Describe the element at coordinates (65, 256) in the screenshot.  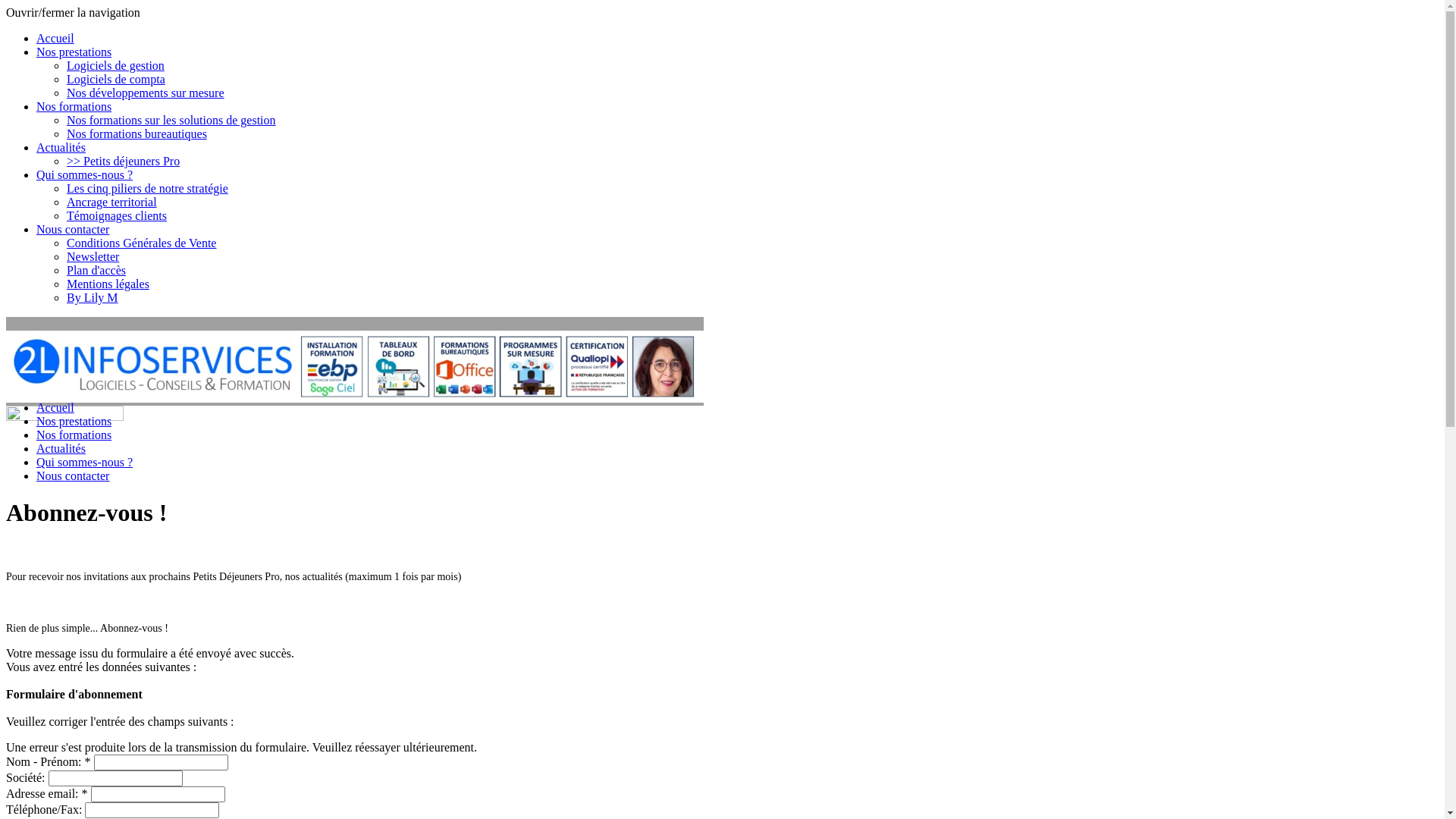
I see `'Newsletter'` at that location.